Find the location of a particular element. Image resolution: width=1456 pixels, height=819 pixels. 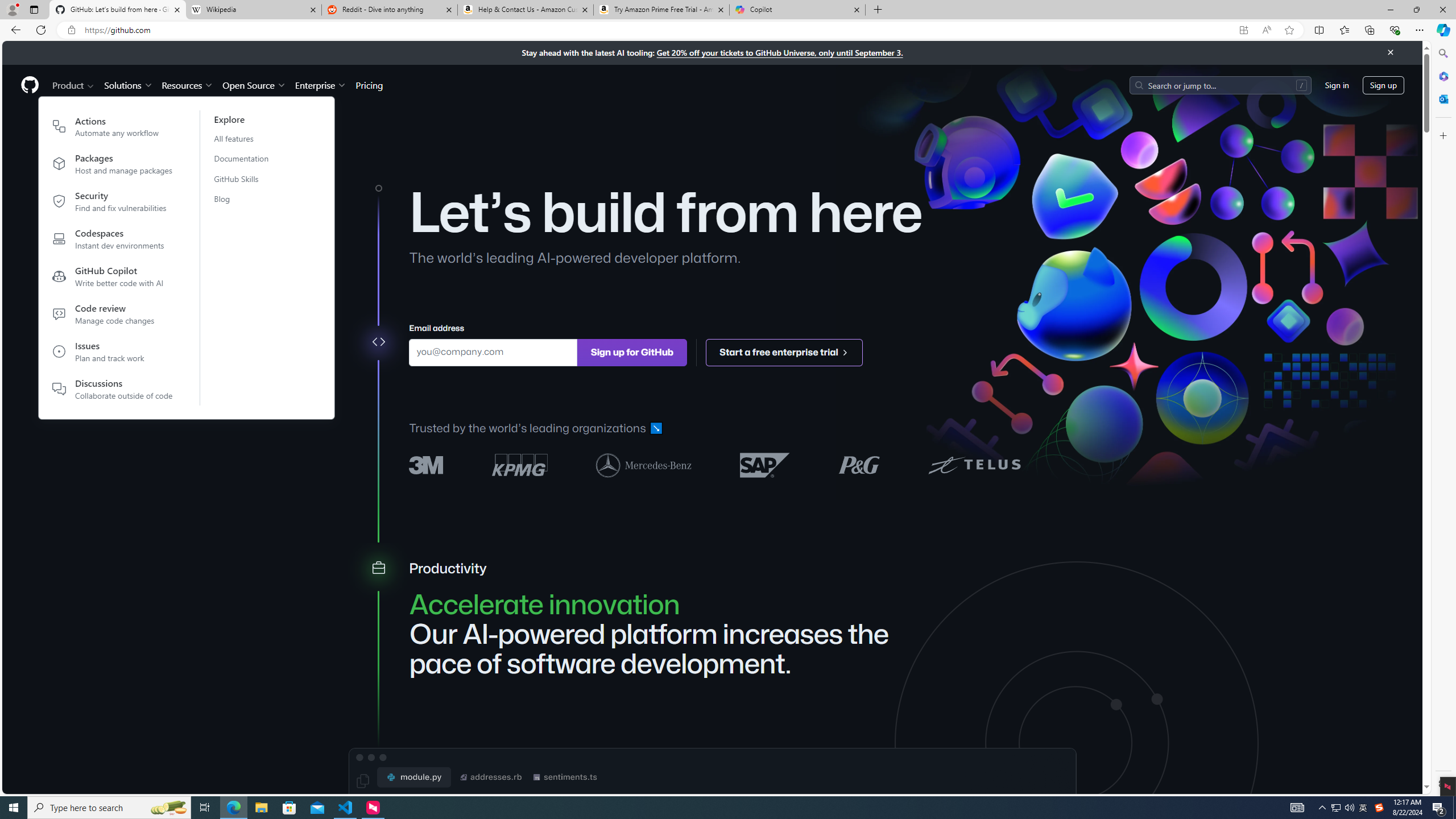

'Telus logo' is located at coordinates (974, 464).